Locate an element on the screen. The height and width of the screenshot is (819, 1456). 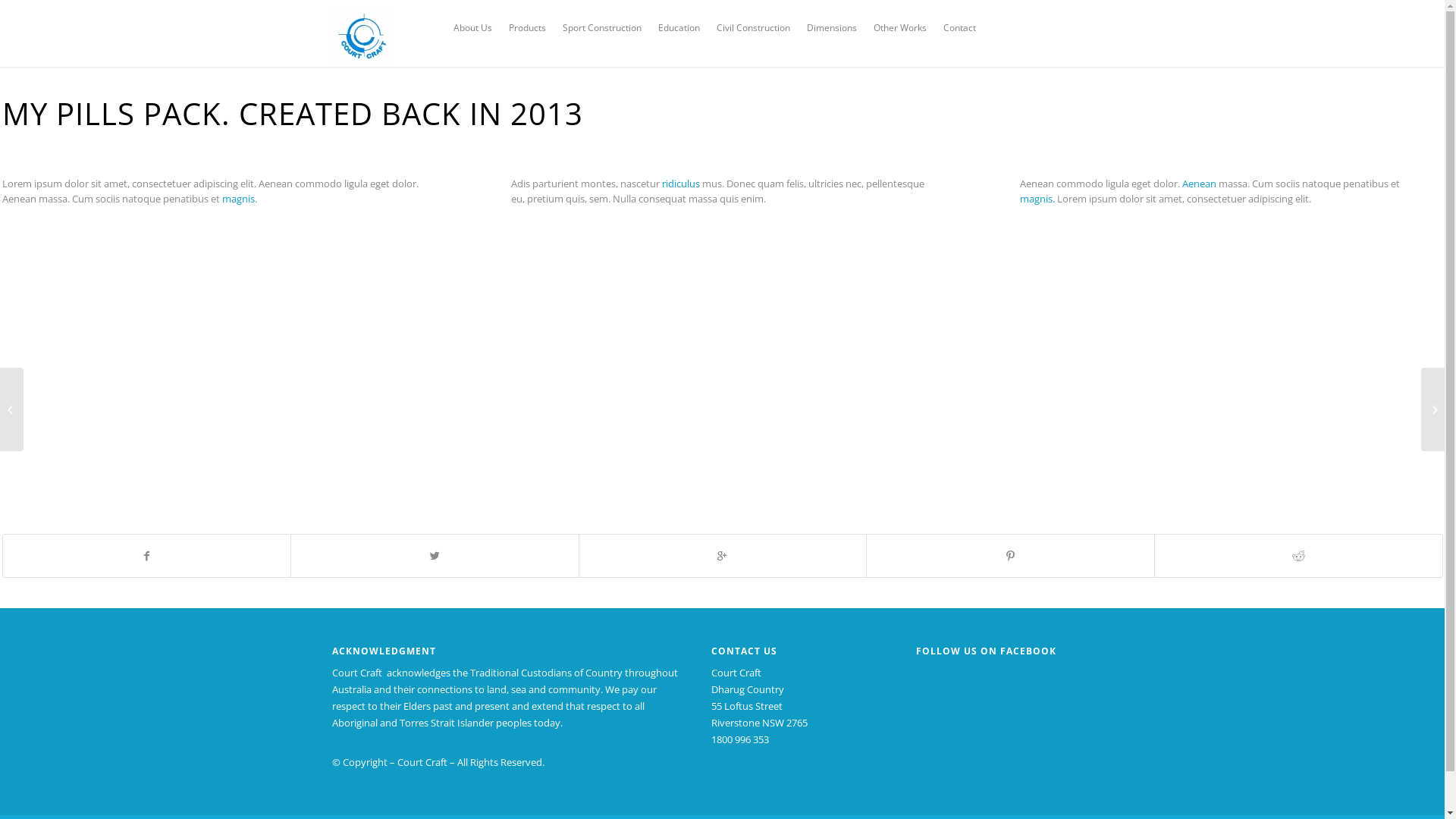
'Products' is located at coordinates (527, 28).